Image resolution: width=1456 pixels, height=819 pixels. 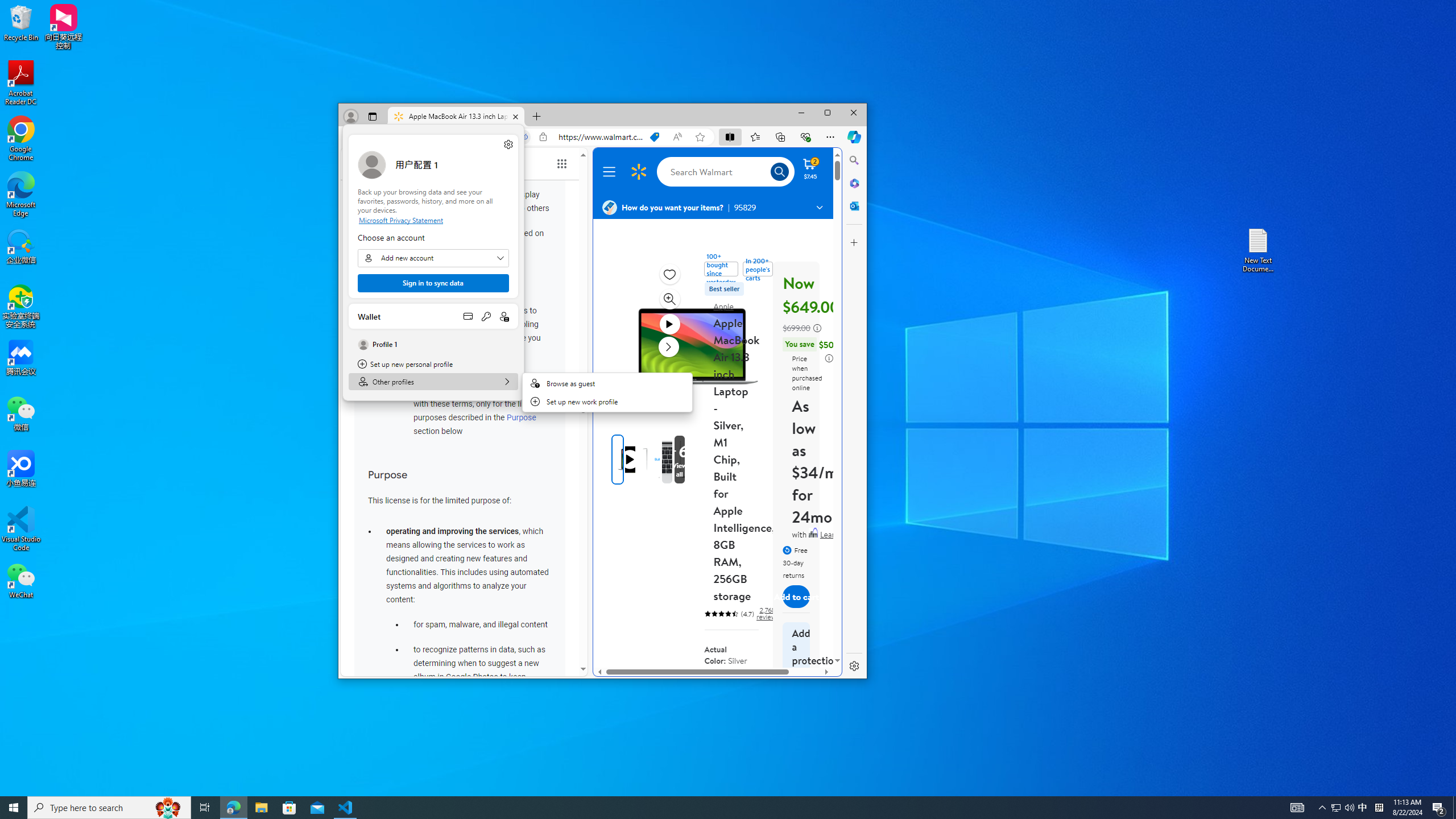 What do you see at coordinates (508, 144) in the screenshot?
I see `'Manage profile settings'` at bounding box center [508, 144].